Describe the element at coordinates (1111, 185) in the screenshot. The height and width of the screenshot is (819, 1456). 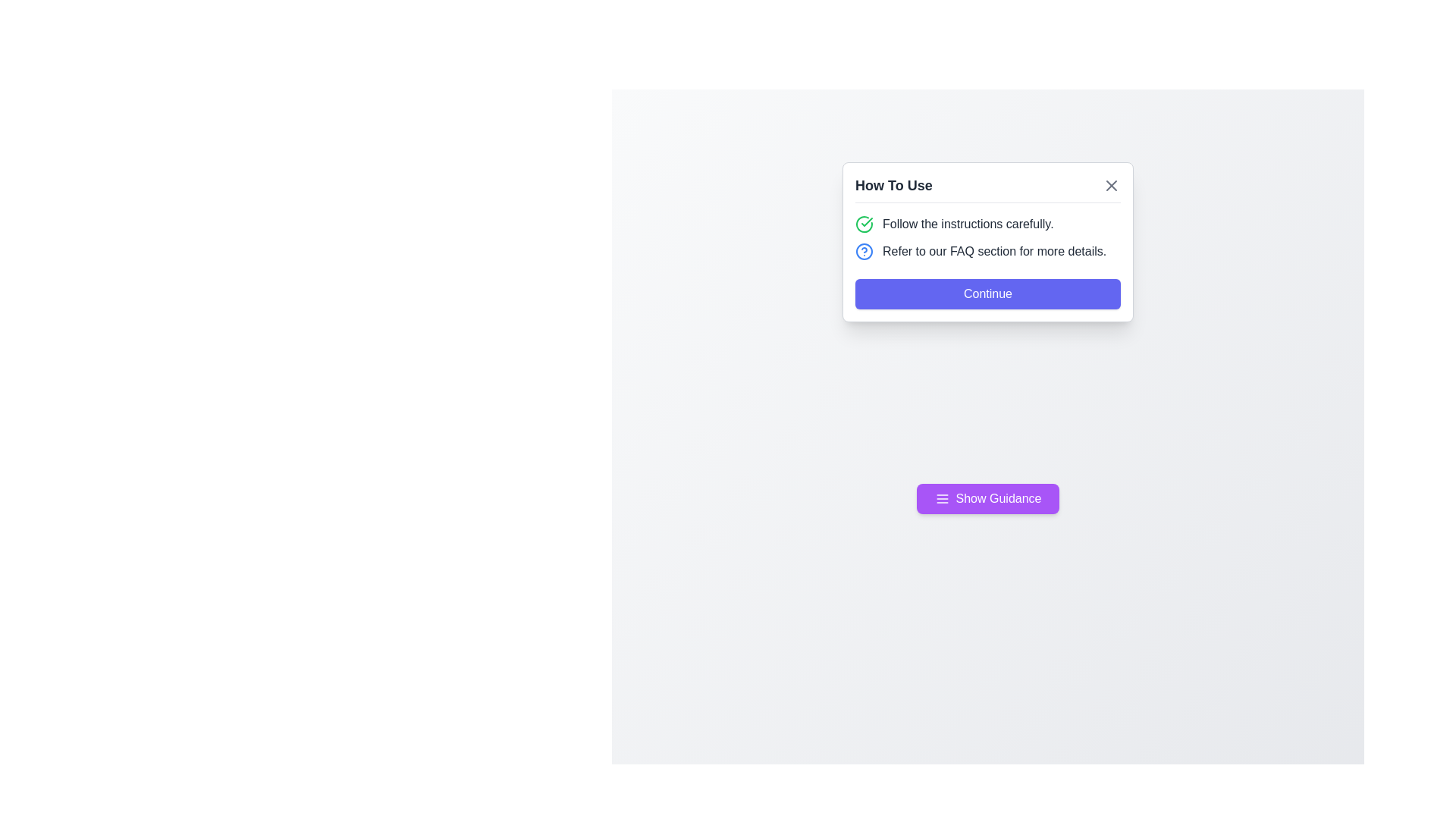
I see `the 'X' icon in the top-right corner of the 'How To Use' box` at that location.